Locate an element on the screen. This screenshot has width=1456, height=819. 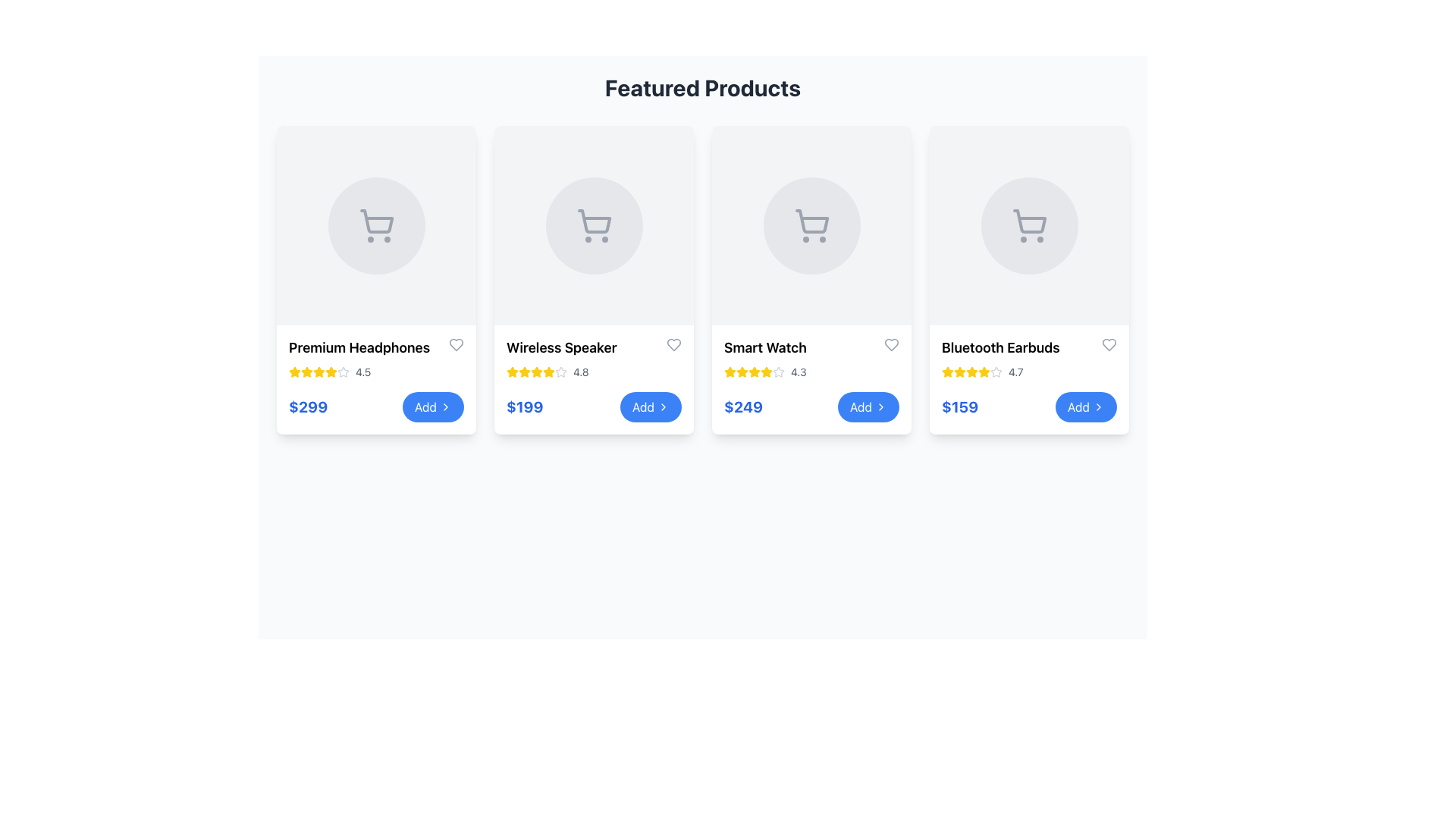
the static text element displaying the price of the 'Wireless Speaker', located in the lower left portion of the product card is located at coordinates (525, 406).